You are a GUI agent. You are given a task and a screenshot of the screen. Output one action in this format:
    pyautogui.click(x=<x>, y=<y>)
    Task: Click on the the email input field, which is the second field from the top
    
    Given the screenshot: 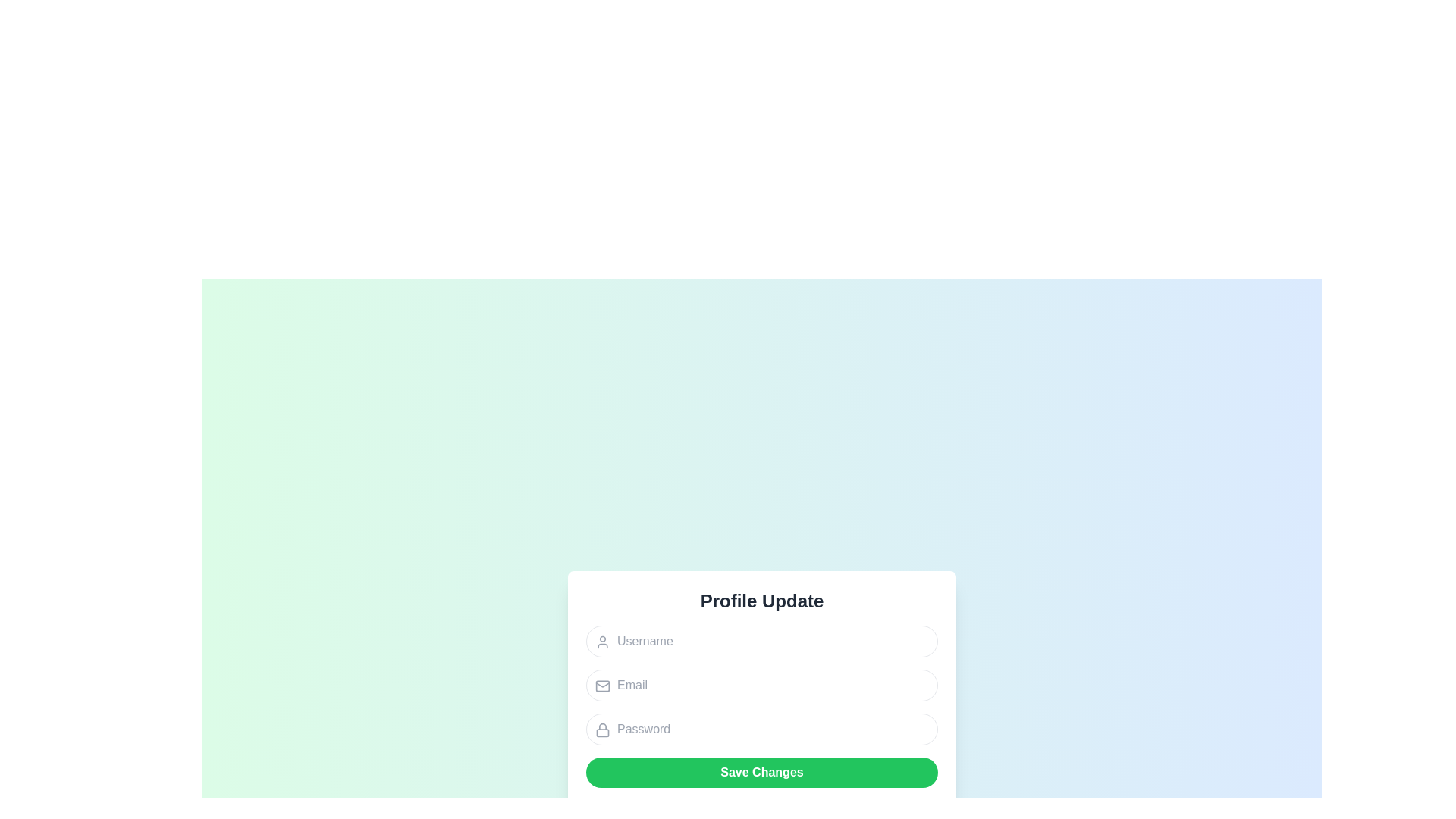 What is the action you would take?
    pyautogui.click(x=761, y=707)
    